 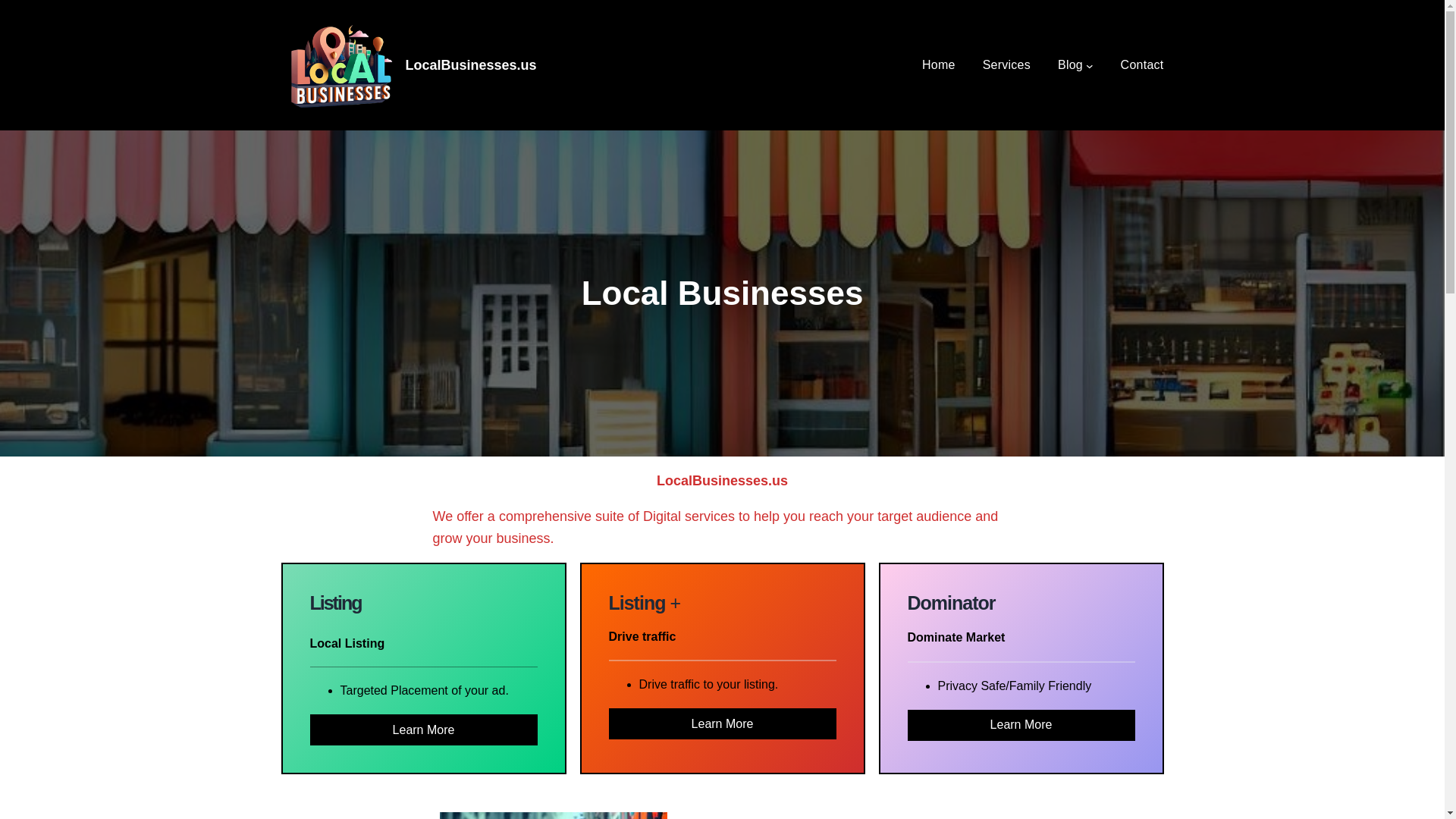 I want to click on 'Learn More', so click(x=1020, y=724).